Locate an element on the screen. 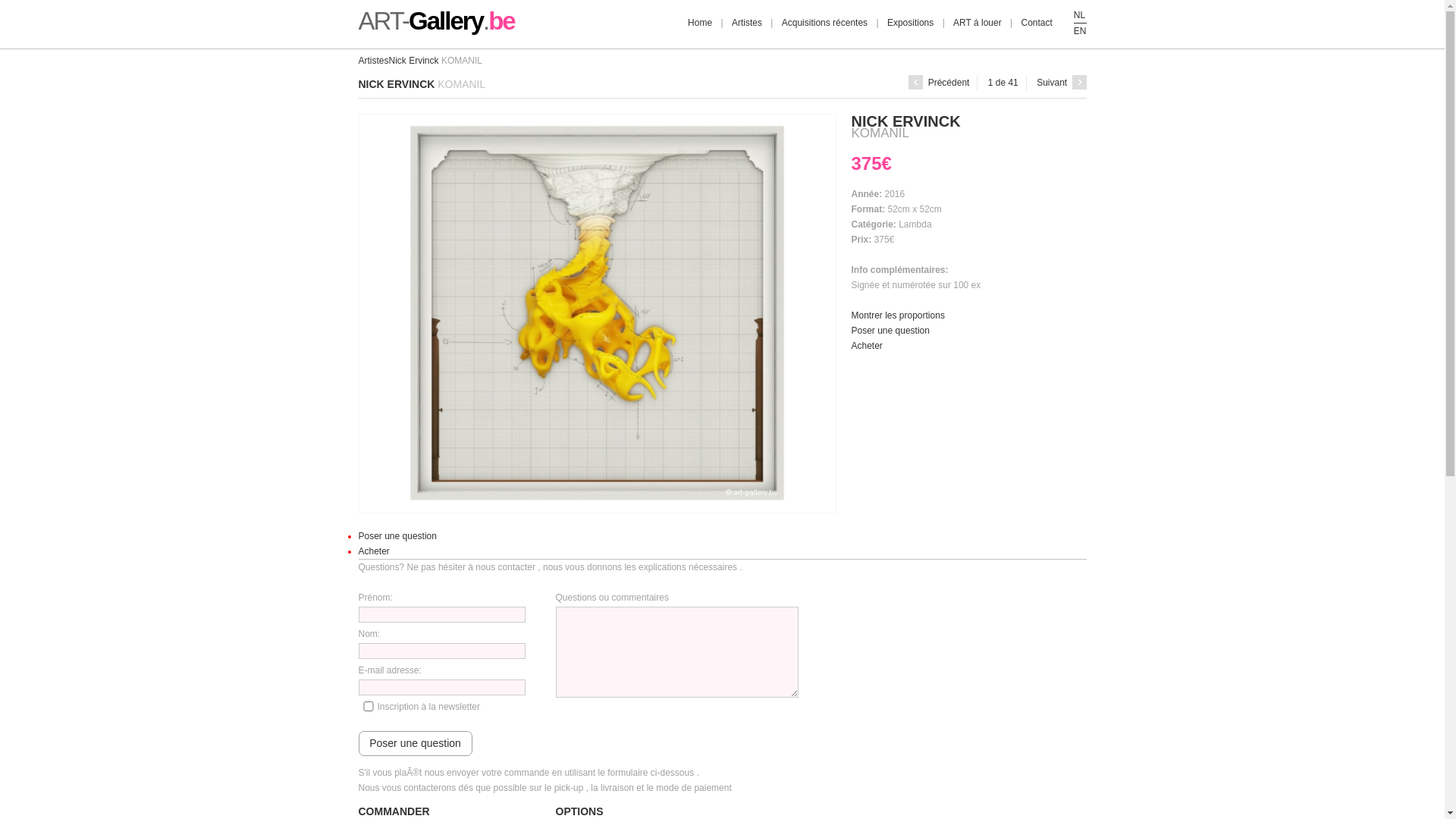  'NL' is located at coordinates (1078, 14).